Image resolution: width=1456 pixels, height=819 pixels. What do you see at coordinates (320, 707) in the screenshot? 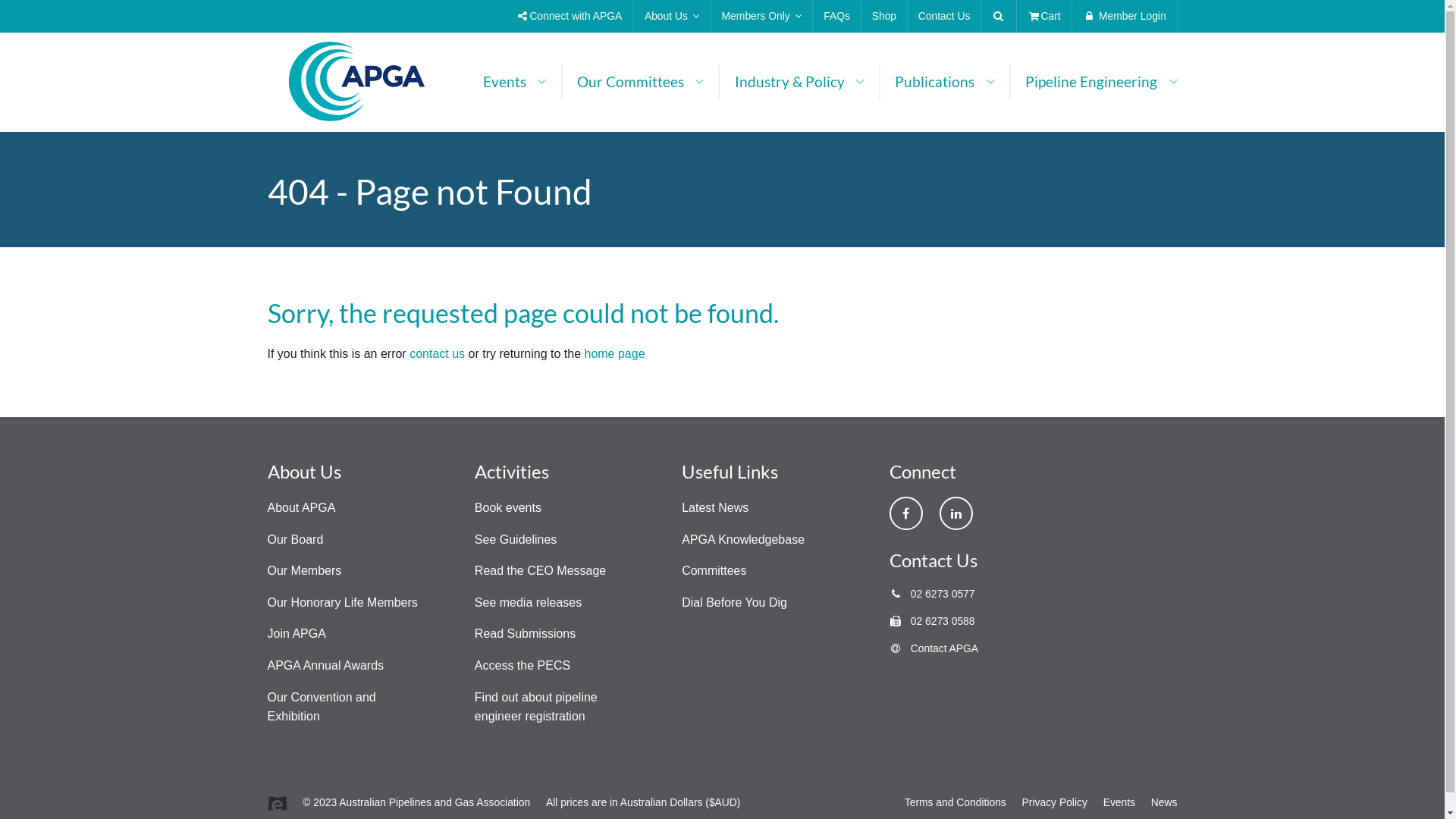
I see `'Our Convention and Exhibition'` at bounding box center [320, 707].